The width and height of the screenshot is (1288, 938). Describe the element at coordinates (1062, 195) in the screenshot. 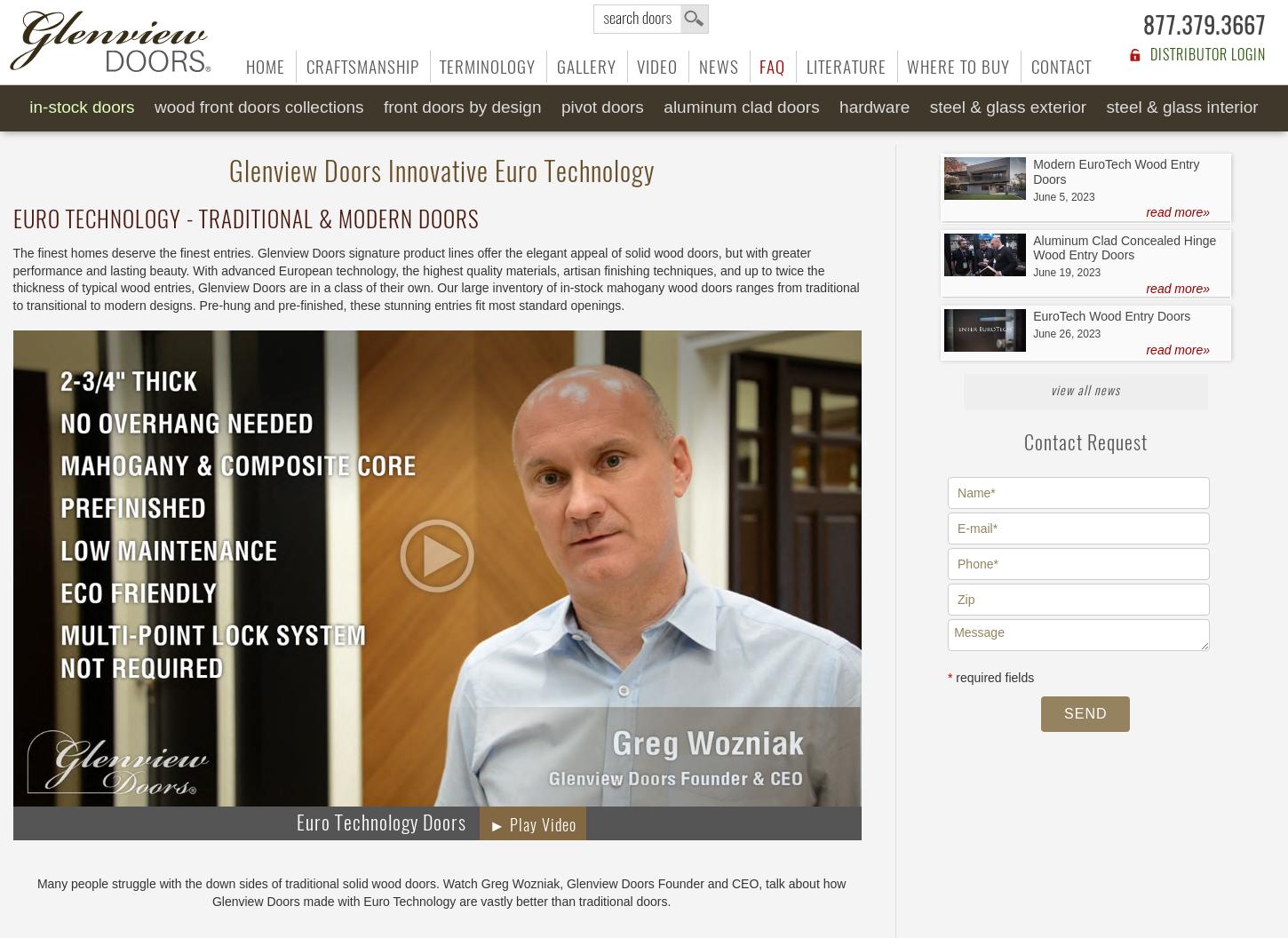

I see `'June 5, 2023'` at that location.